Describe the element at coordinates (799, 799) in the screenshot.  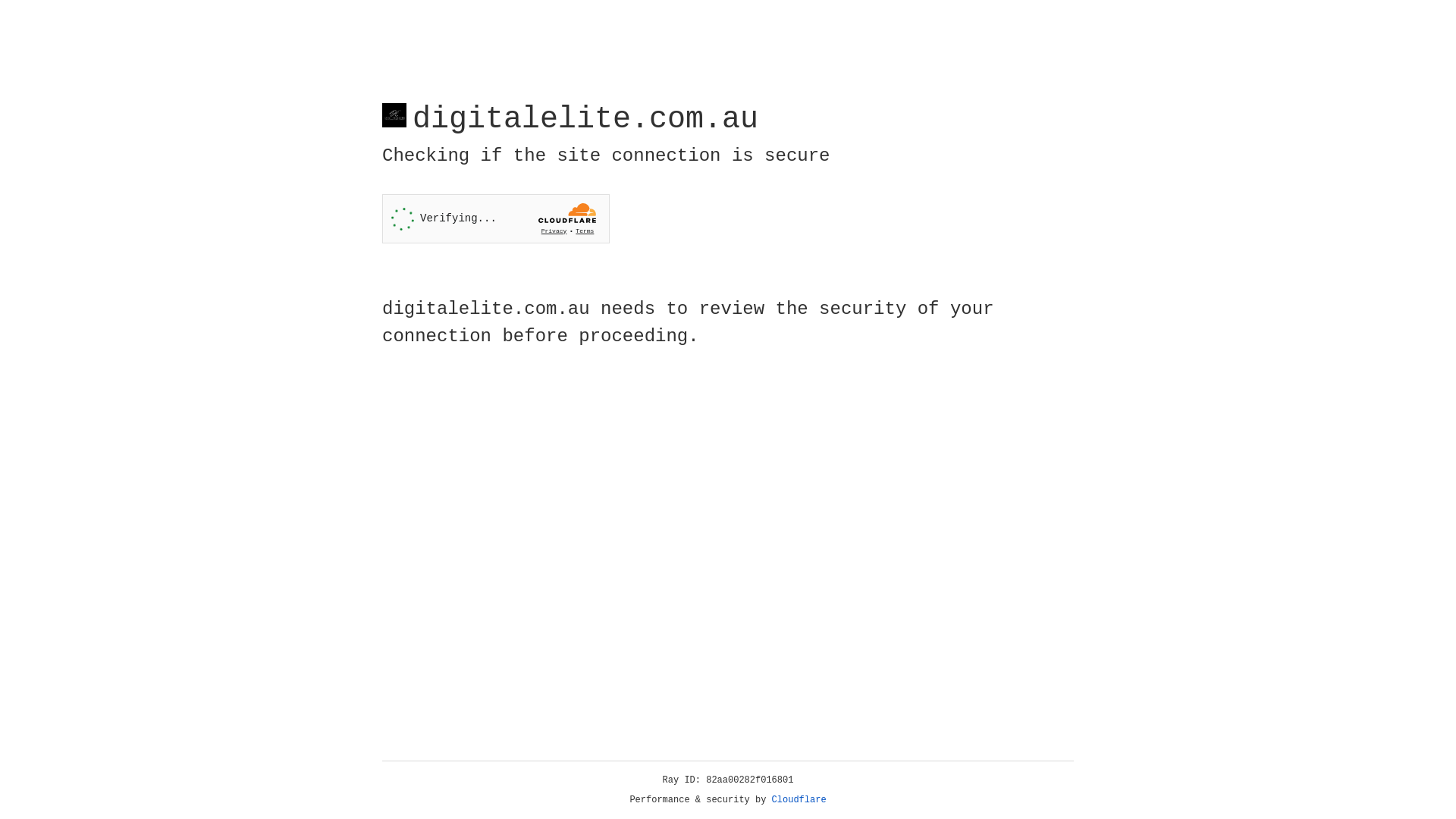
I see `'Cloudflare'` at that location.